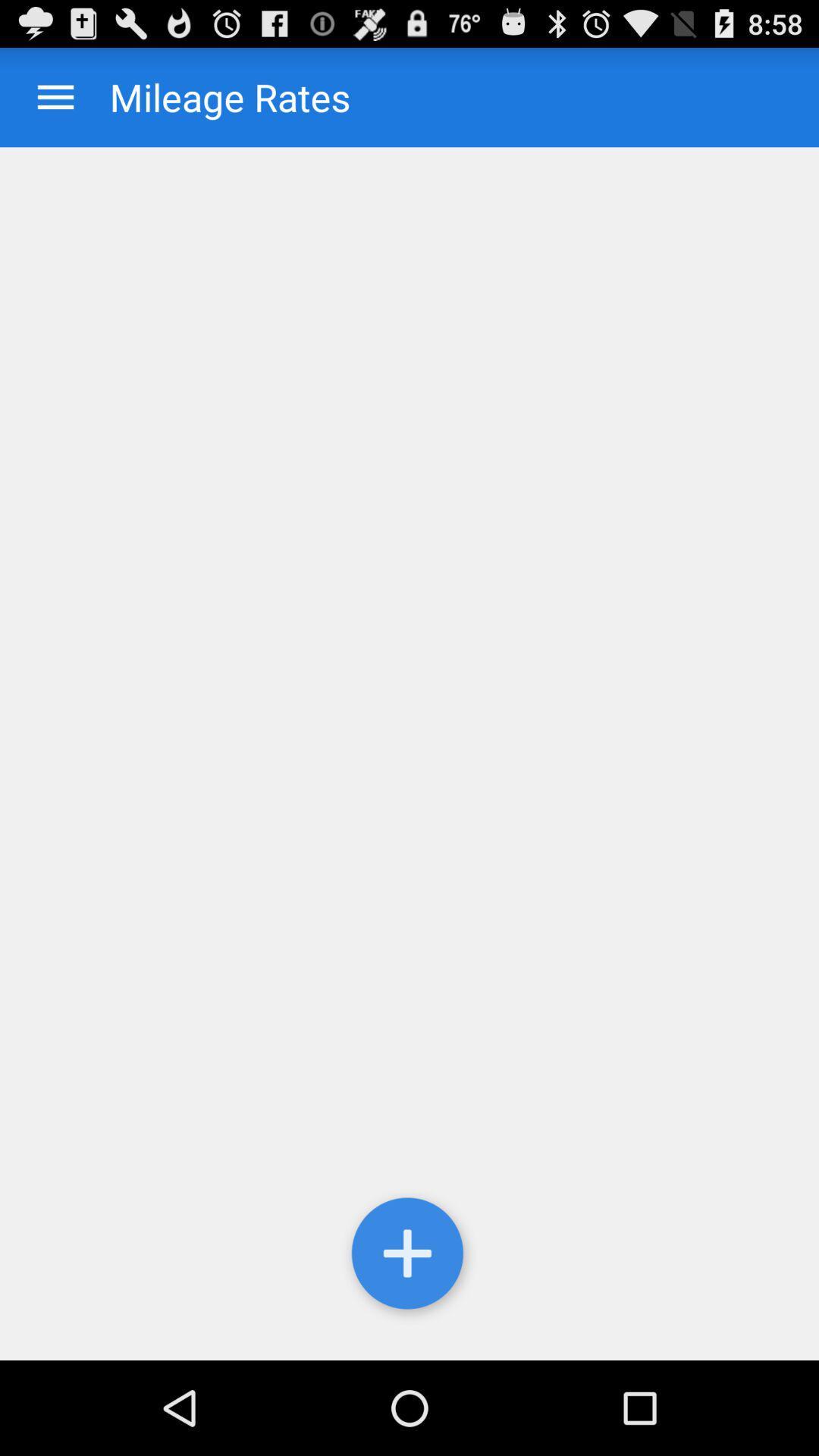 Image resolution: width=819 pixels, height=1456 pixels. What do you see at coordinates (55, 96) in the screenshot?
I see `apps` at bounding box center [55, 96].